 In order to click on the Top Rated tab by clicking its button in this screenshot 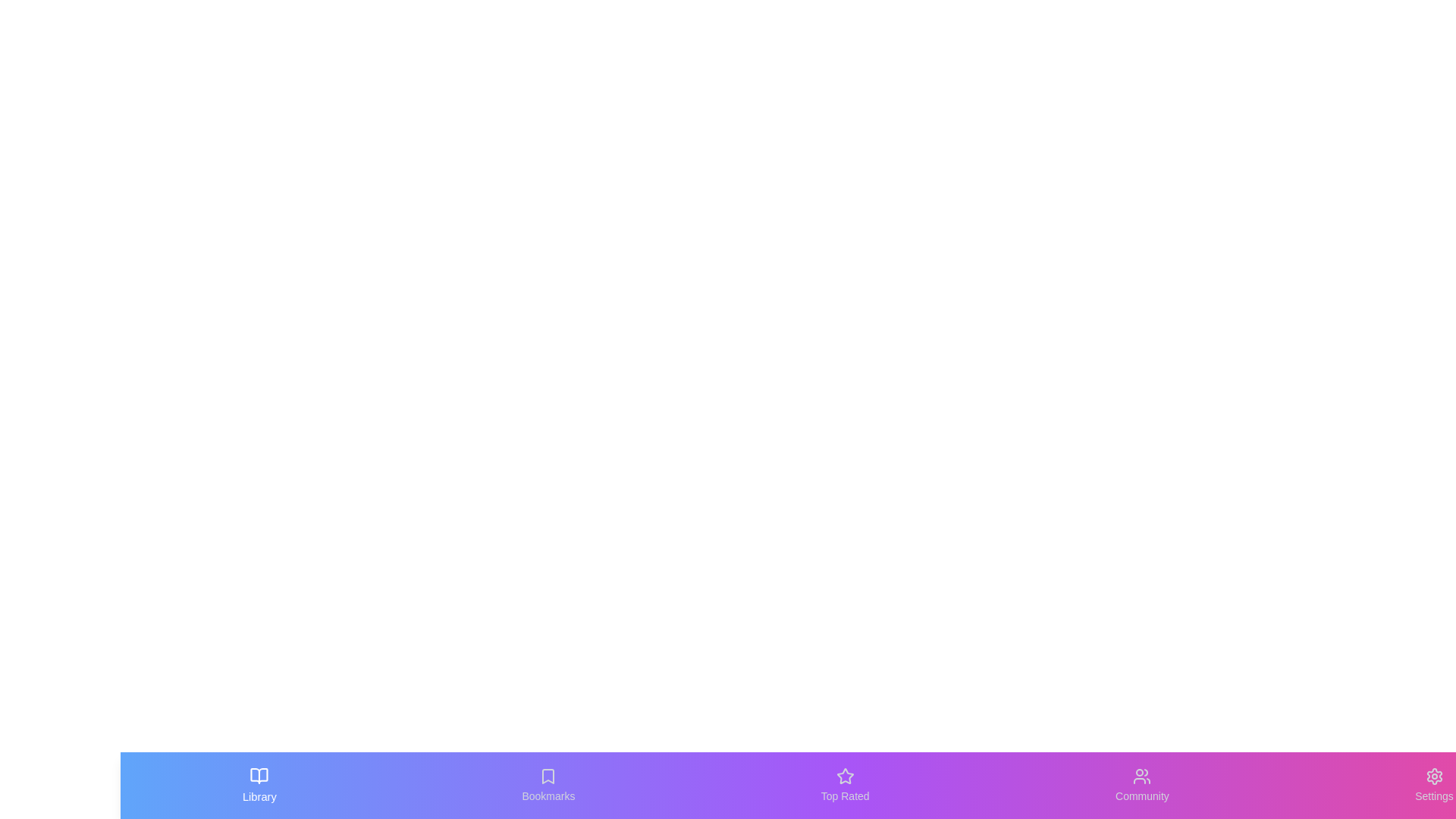, I will do `click(844, 785)`.